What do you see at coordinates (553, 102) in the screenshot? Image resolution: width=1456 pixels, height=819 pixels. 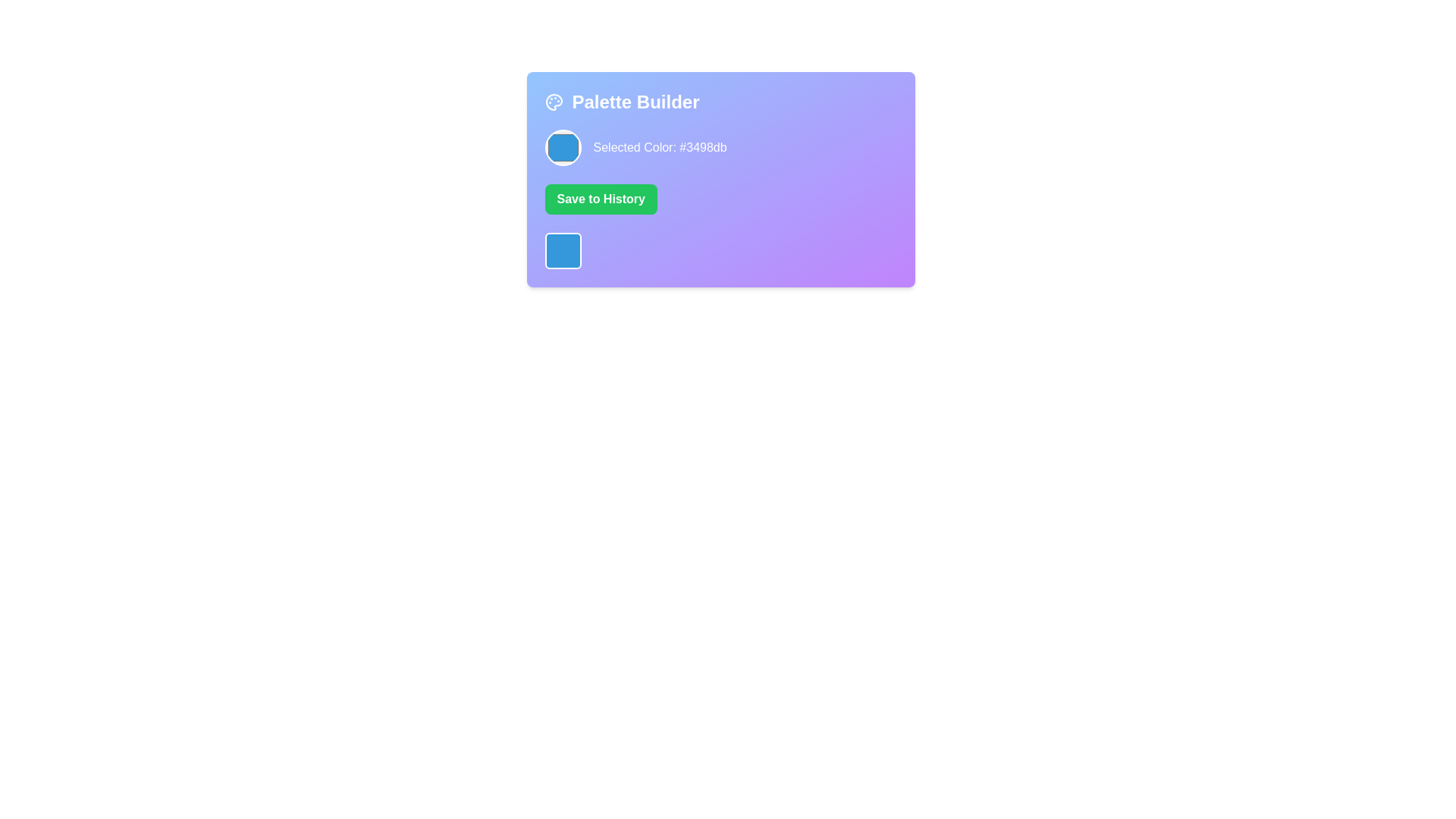 I see `the abstract palette icon located in the top-left section of the 'Palette Builder' card, positioned above the text 'Selected Color: #3498db'` at bounding box center [553, 102].